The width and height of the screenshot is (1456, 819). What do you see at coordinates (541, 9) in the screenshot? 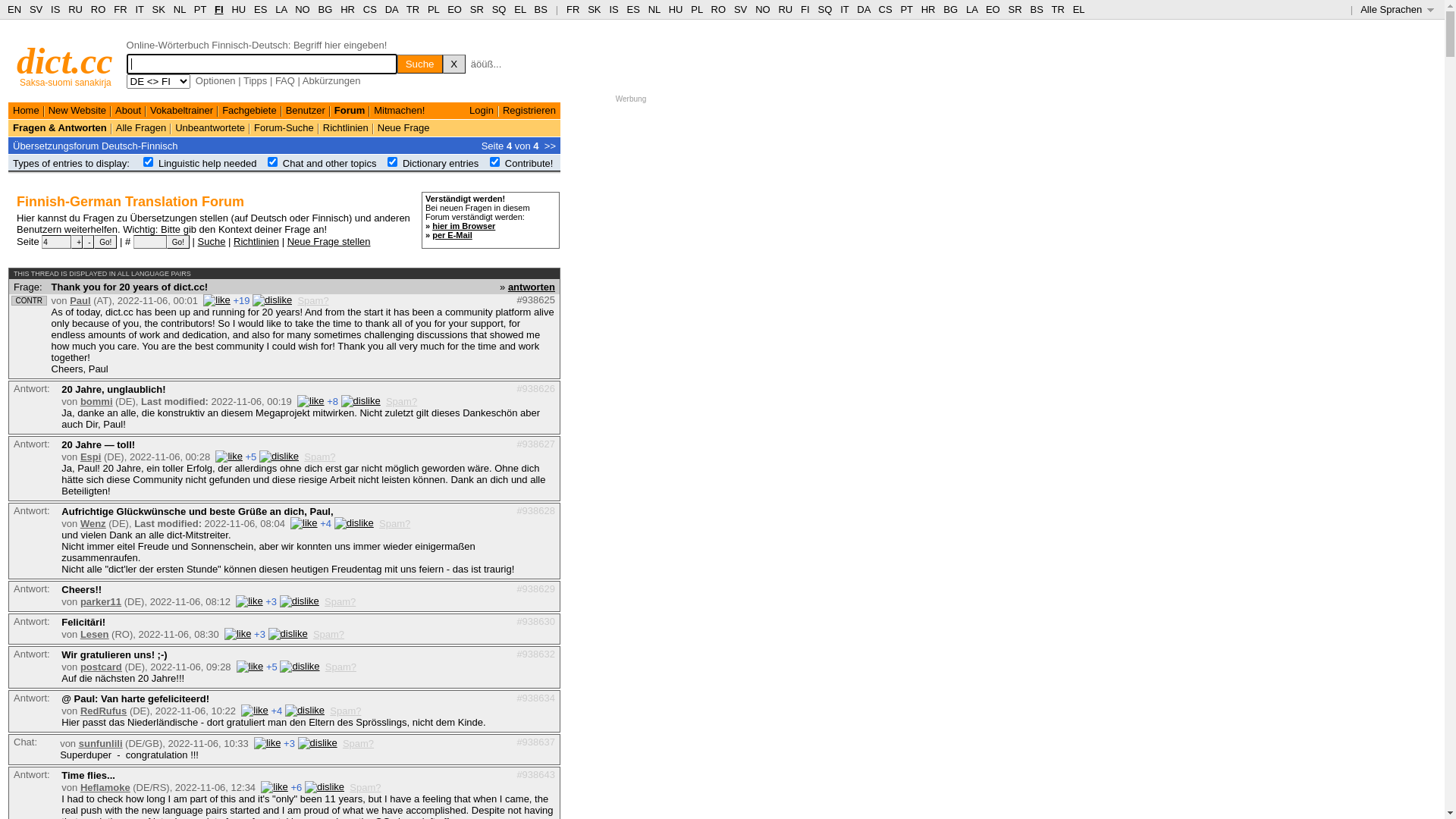
I see `'BS'` at bounding box center [541, 9].